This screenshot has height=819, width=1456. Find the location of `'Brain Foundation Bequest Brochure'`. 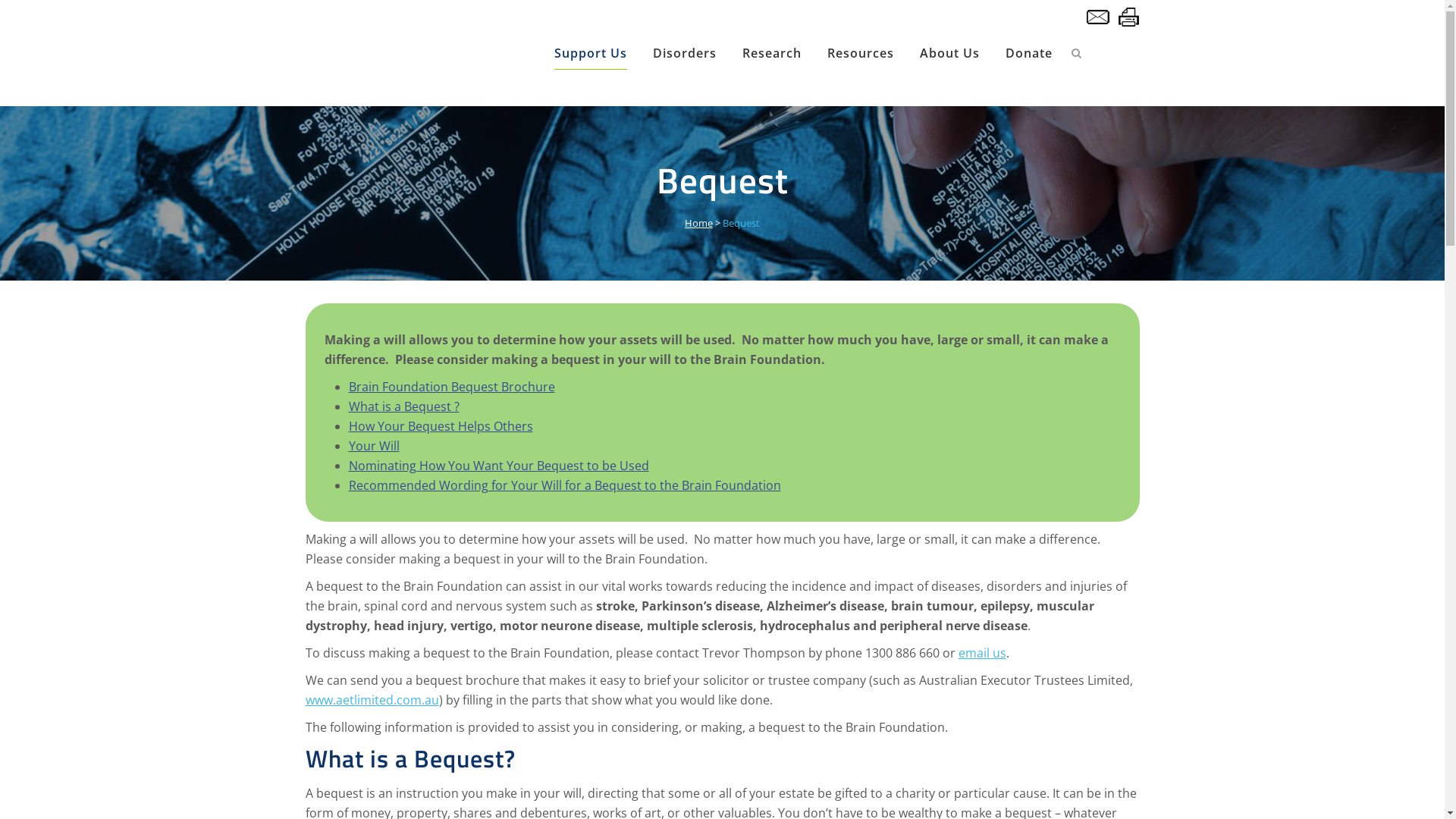

'Brain Foundation Bequest Brochure' is located at coordinates (450, 385).